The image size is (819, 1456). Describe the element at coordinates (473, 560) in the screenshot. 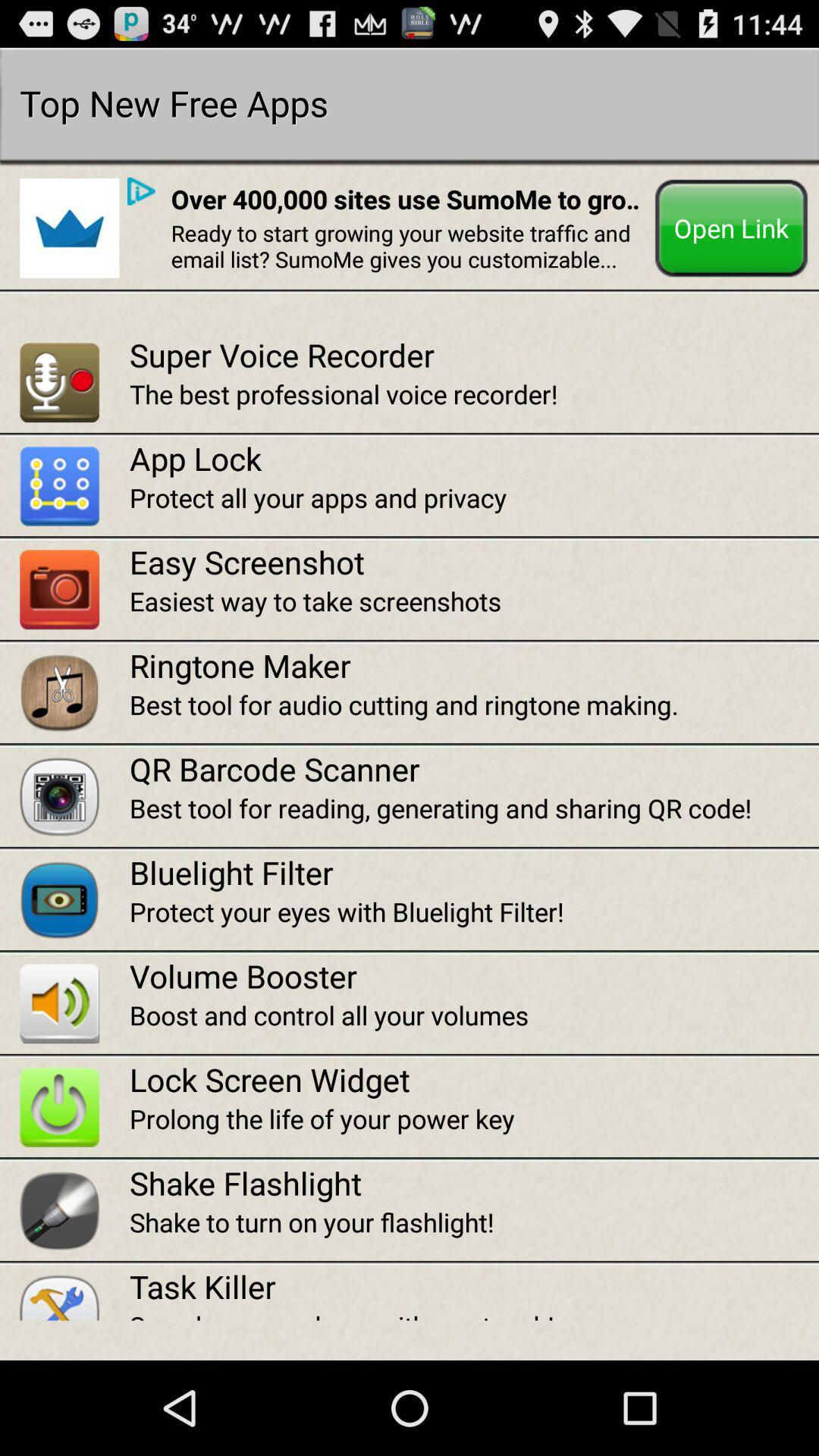

I see `easy screenshot icon` at that location.